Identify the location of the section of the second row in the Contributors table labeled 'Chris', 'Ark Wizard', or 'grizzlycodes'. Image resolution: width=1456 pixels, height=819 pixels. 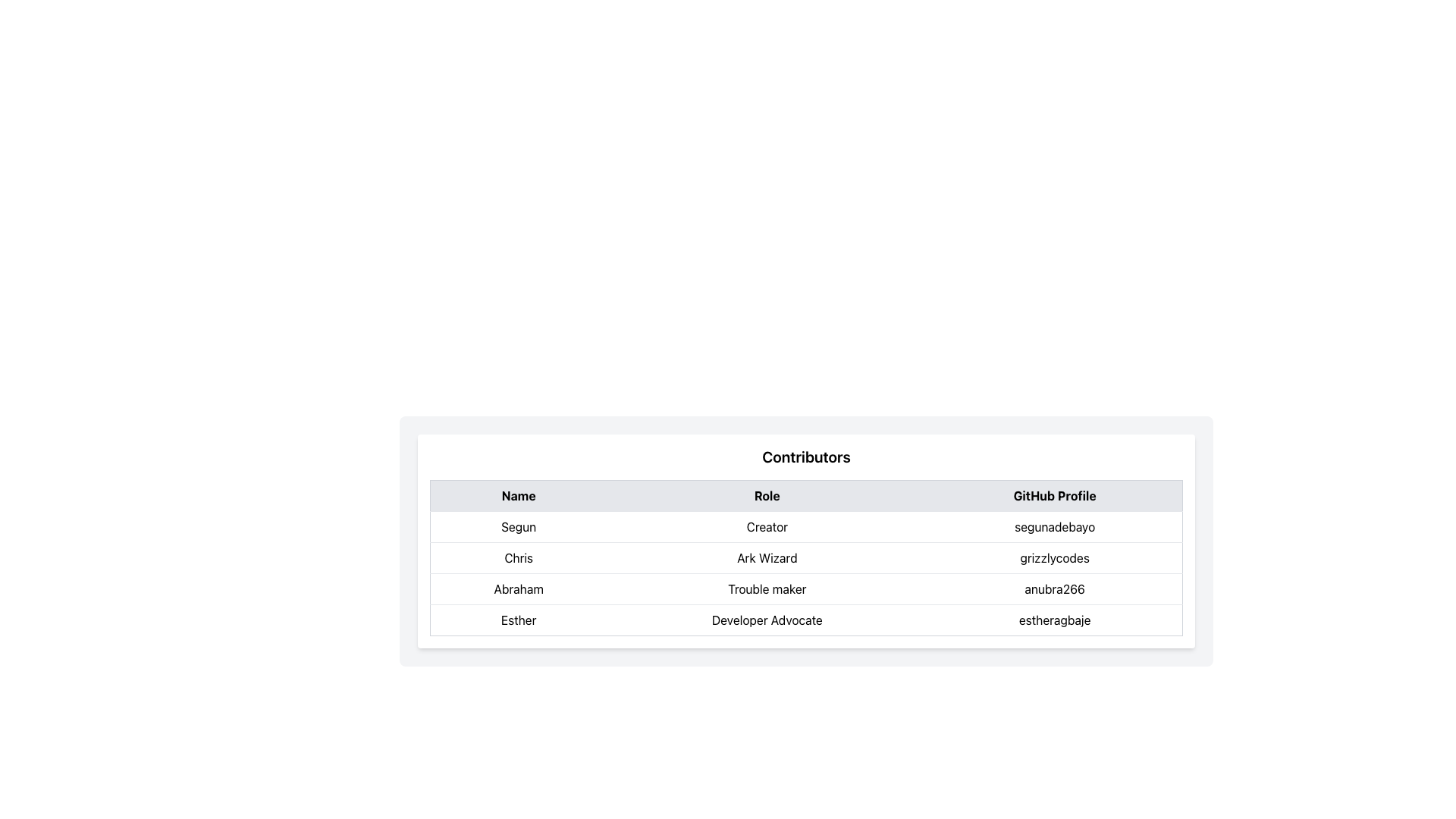
(805, 558).